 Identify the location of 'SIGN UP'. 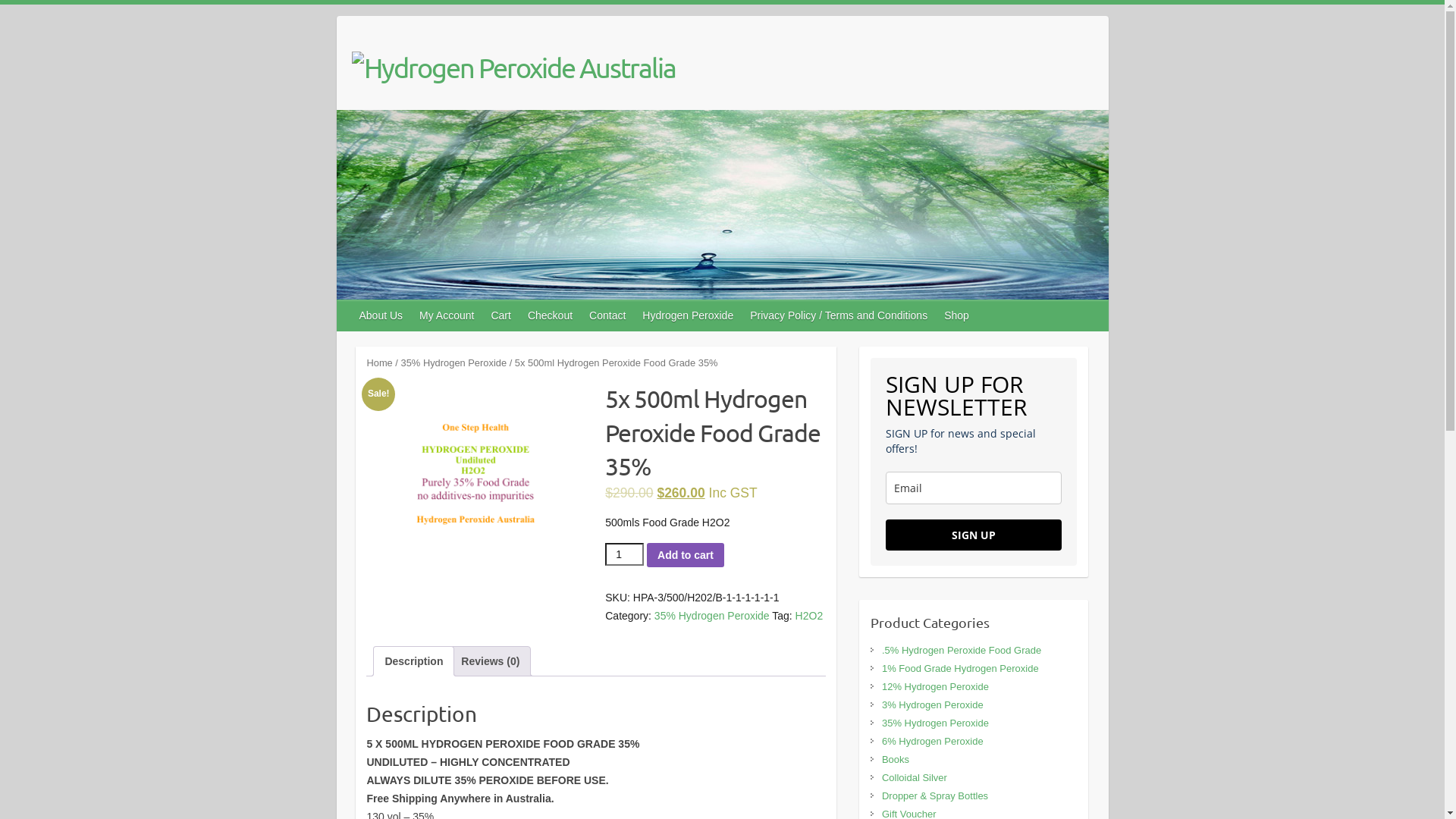
(974, 534).